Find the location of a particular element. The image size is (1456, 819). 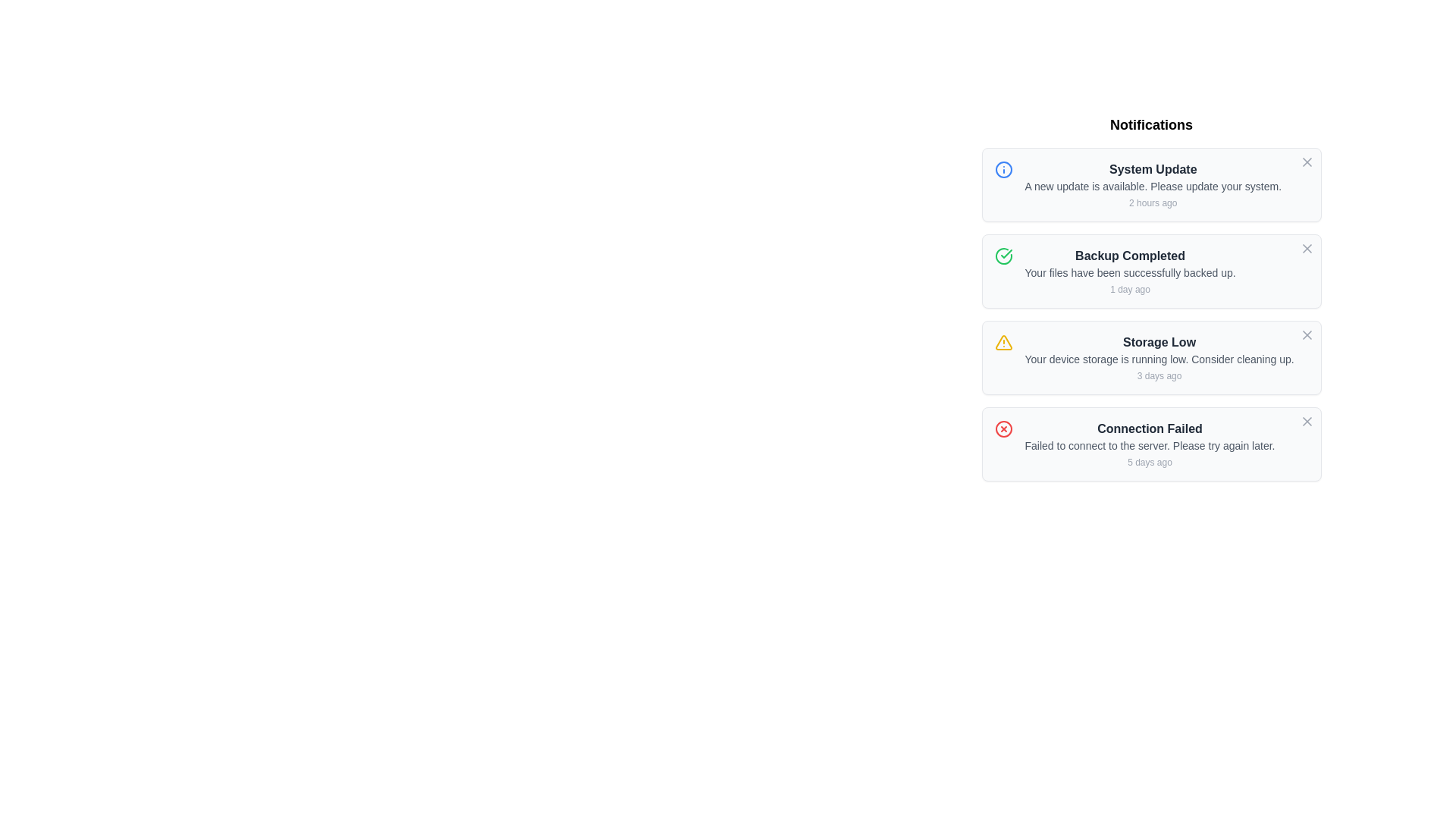

the static text that reads 'A new update is available. Please update your system.' located in the notifications panel below the heading 'System Update' and above the timestamp '2 hours ago.' is located at coordinates (1153, 186).